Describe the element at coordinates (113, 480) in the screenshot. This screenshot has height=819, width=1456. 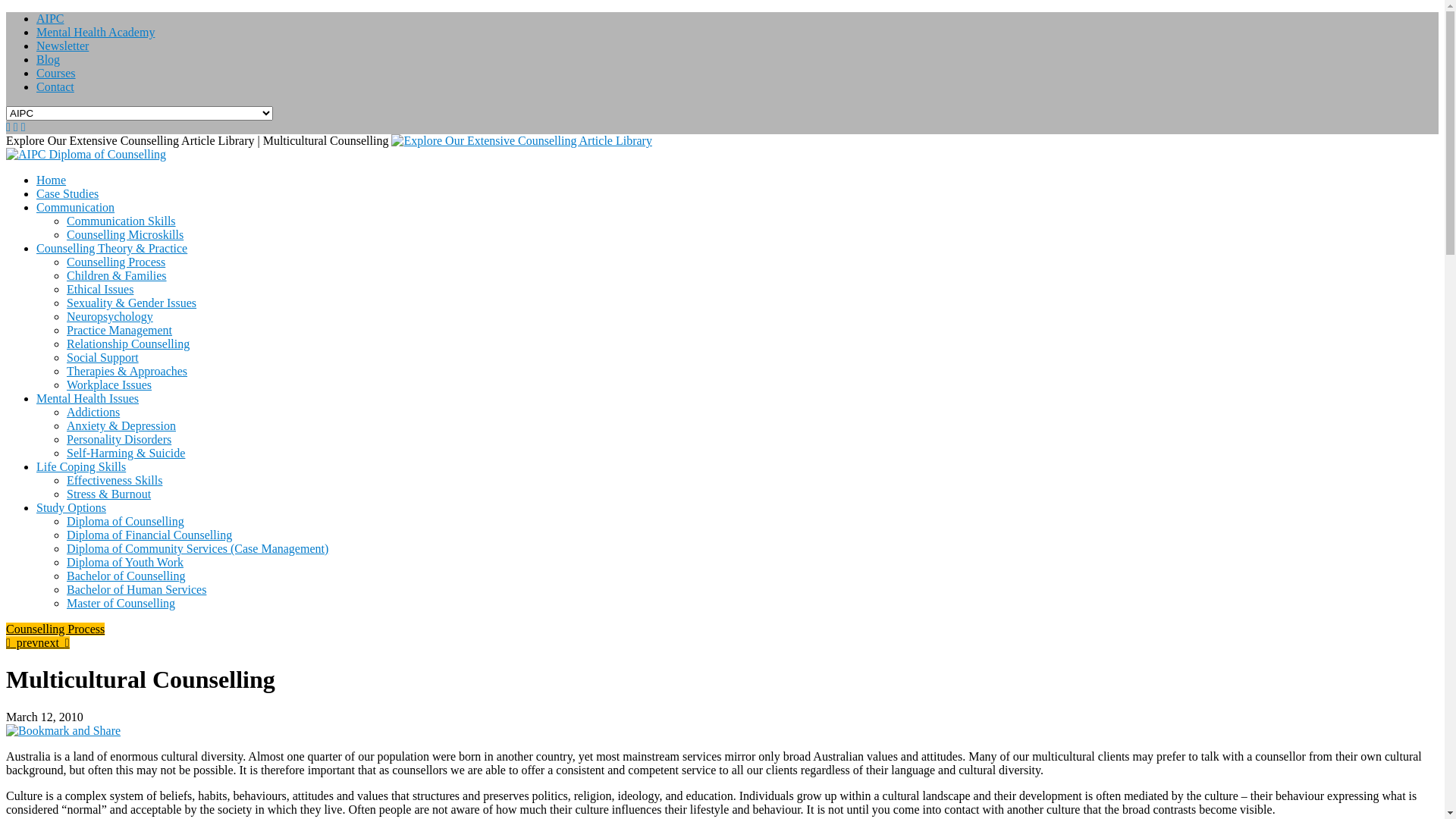
I see `'Effectiveness Skills'` at that location.